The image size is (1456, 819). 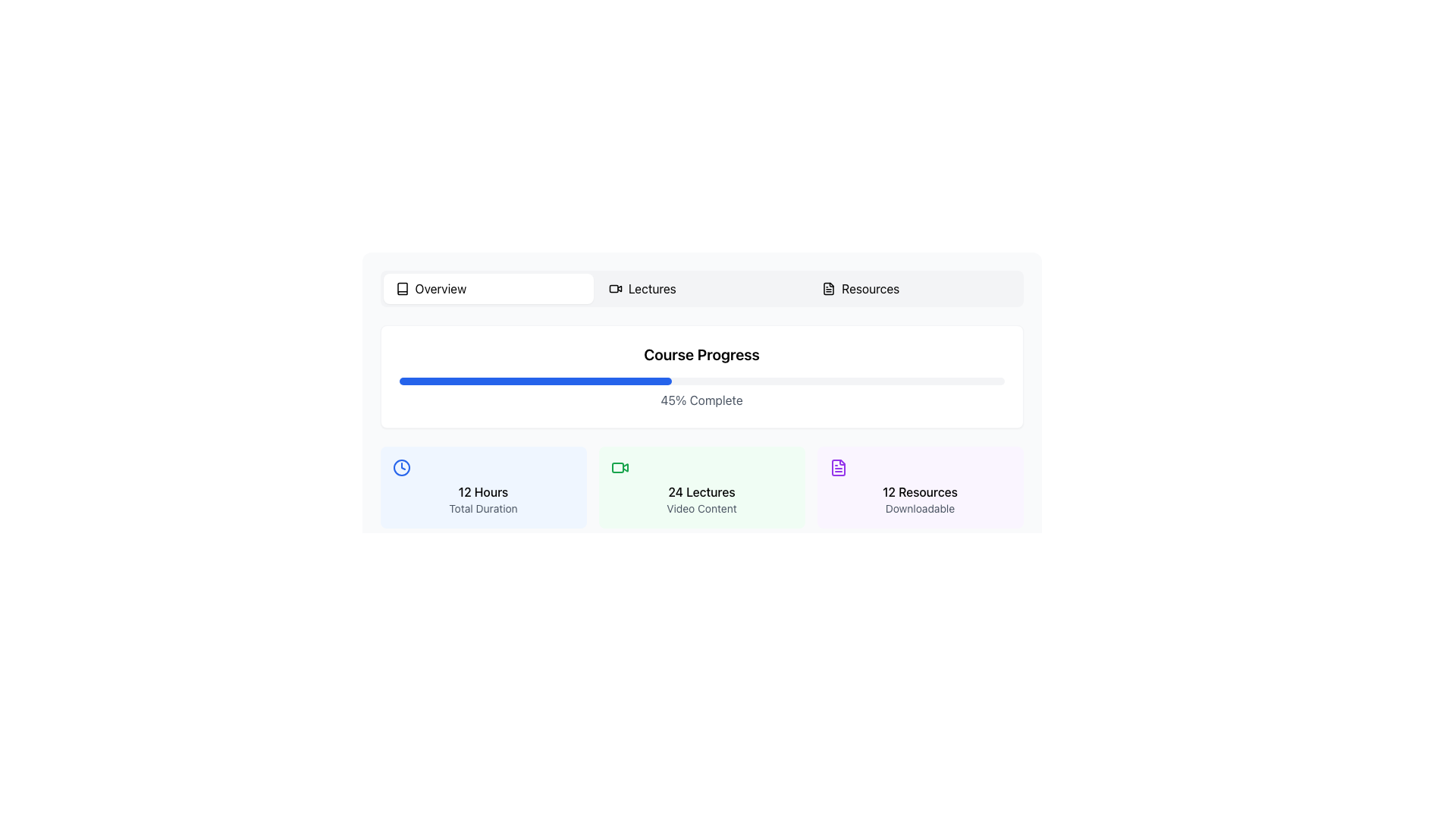 I want to click on the primary text label indicating the availability or count of resources, located in the bottom-right section of the interface, so click(x=919, y=491).